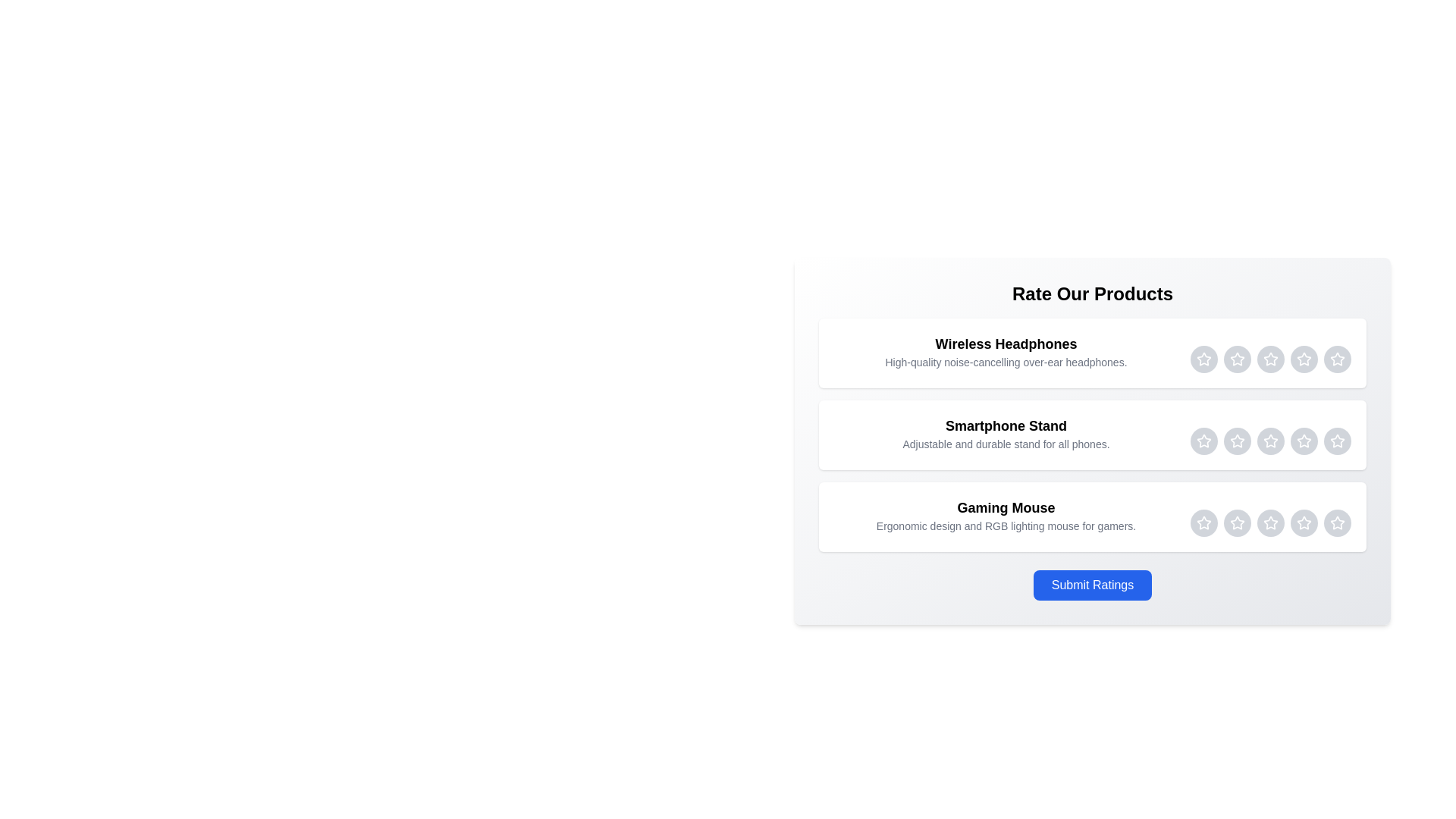 This screenshot has height=819, width=1456. Describe the element at coordinates (1203, 359) in the screenshot. I see `the Wireless Headphones rating star 1` at that location.